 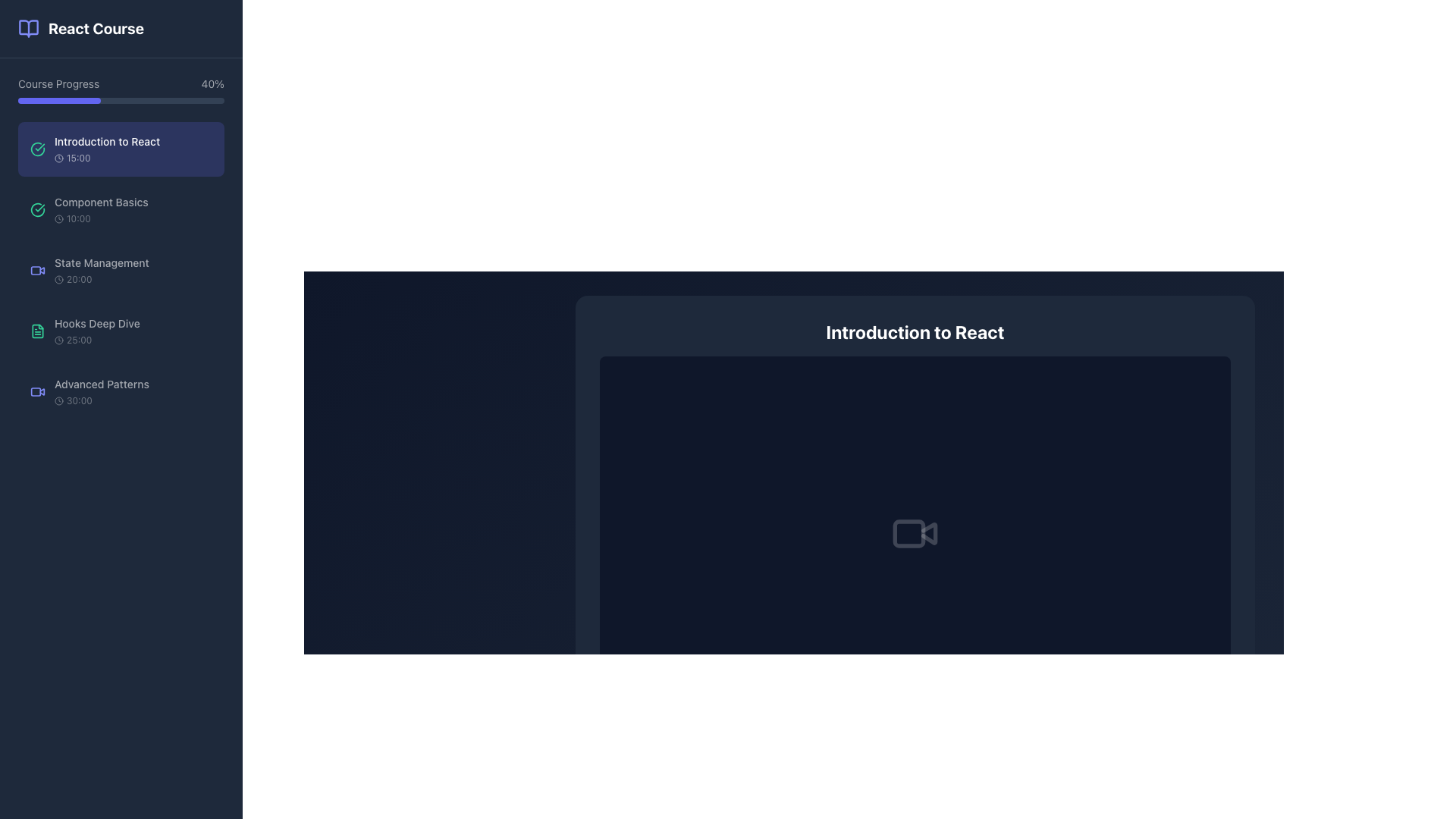 What do you see at coordinates (120, 90) in the screenshot?
I see `progress information displayed on the progress bar that shows 'Course Progress' and '40%' in the sidebar below the title 'React Course'` at bounding box center [120, 90].